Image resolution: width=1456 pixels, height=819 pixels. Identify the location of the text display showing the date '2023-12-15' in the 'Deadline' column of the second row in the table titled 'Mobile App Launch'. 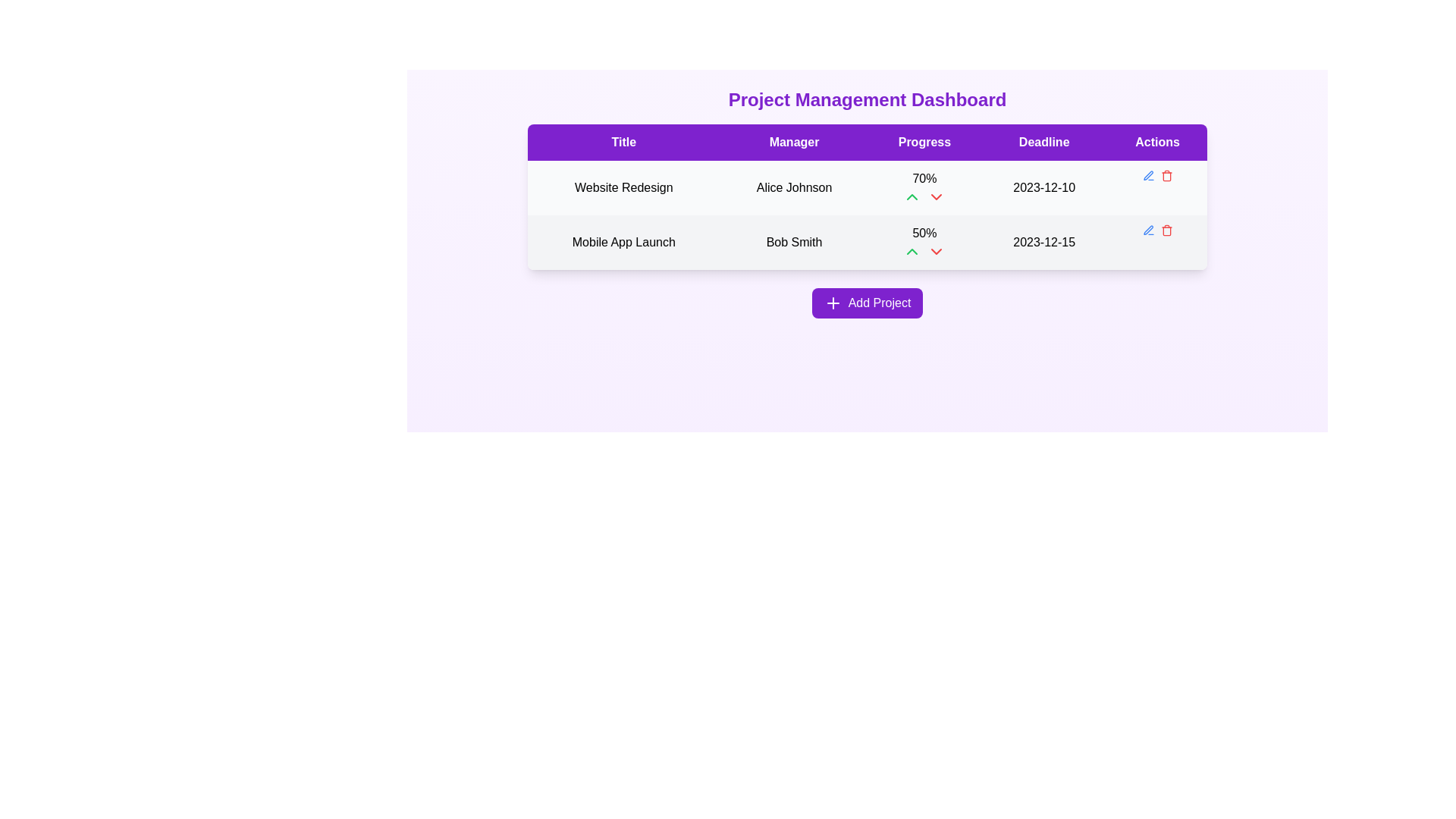
(1043, 242).